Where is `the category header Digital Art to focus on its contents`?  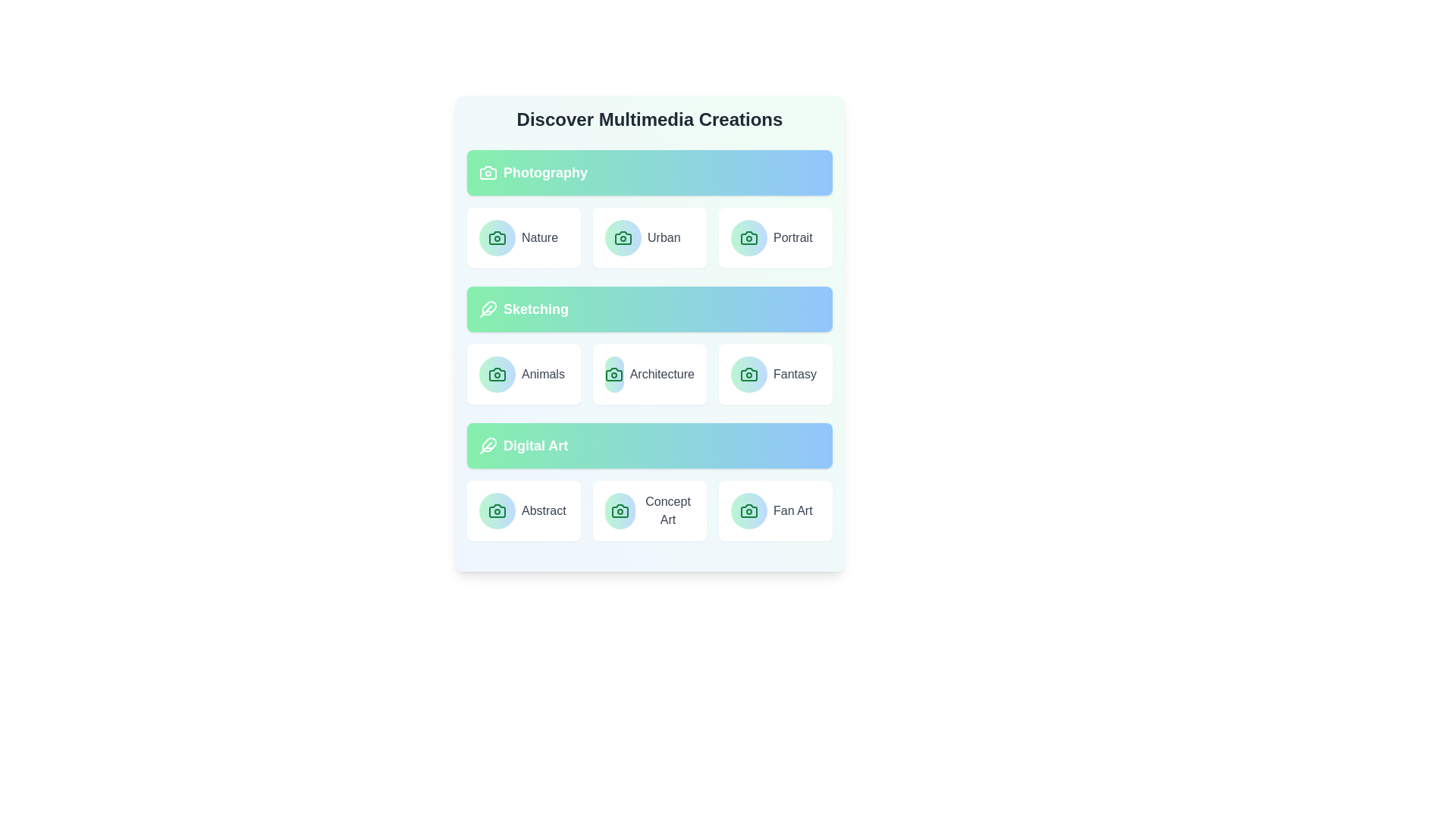 the category header Digital Art to focus on its contents is located at coordinates (650, 444).